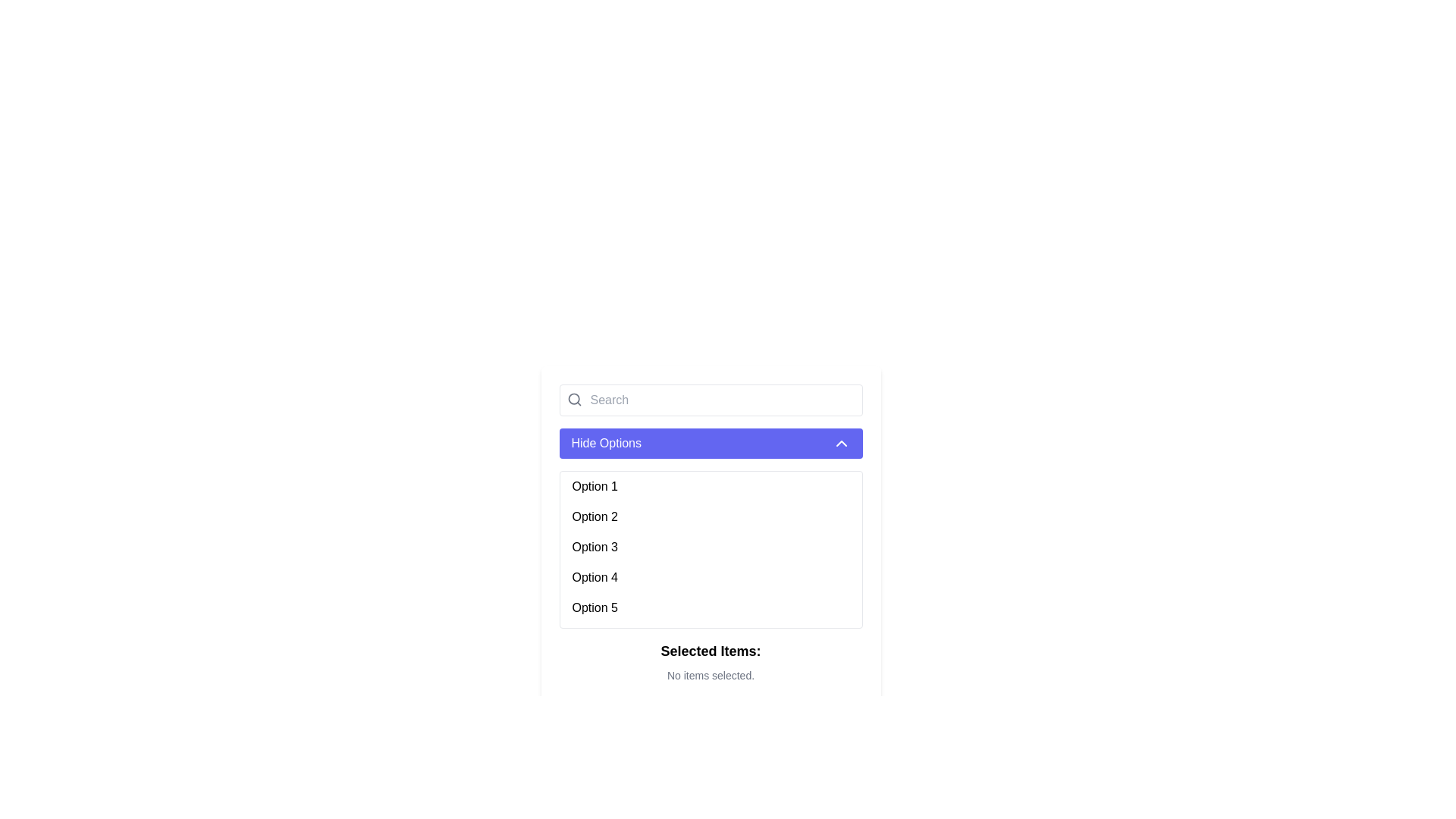  Describe the element at coordinates (710, 651) in the screenshot. I see `the bold, black text label reading 'Selected Items:' located at the bottom section of the interface` at that location.